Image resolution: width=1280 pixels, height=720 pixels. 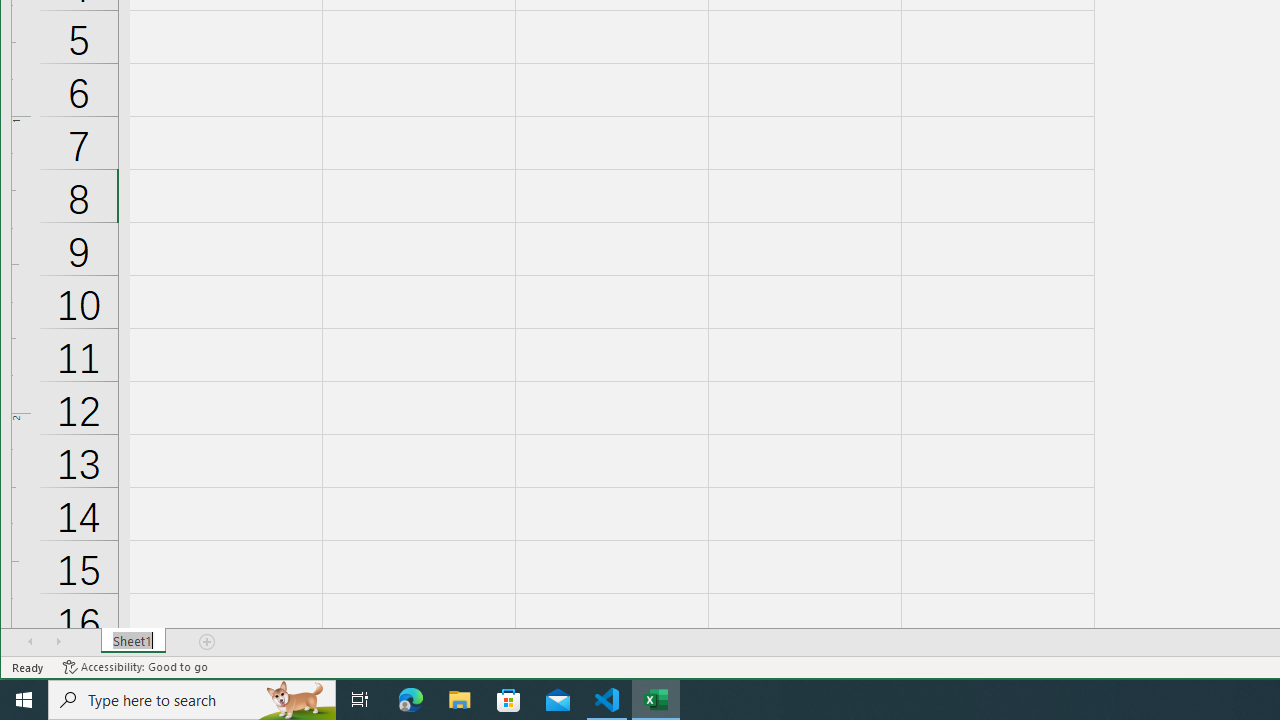 What do you see at coordinates (294, 698) in the screenshot?
I see `'Search highlights icon opens search home window'` at bounding box center [294, 698].